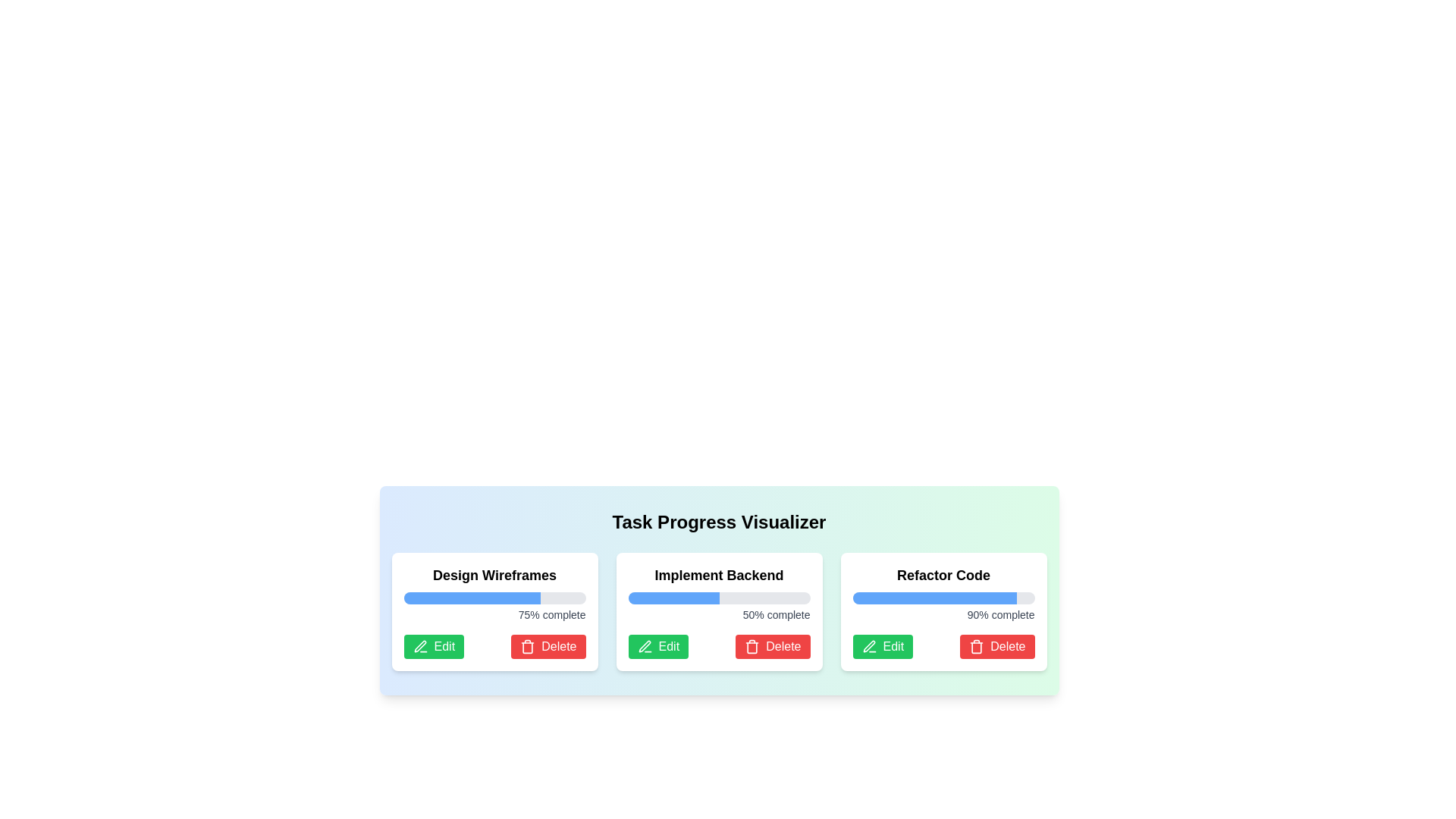 This screenshot has width=1456, height=819. I want to click on the edit icon located inside the green 'Edit' button below the progress bar labeled 'Design Wireframes' in the leftmost card to initiate the edit action, so click(420, 646).